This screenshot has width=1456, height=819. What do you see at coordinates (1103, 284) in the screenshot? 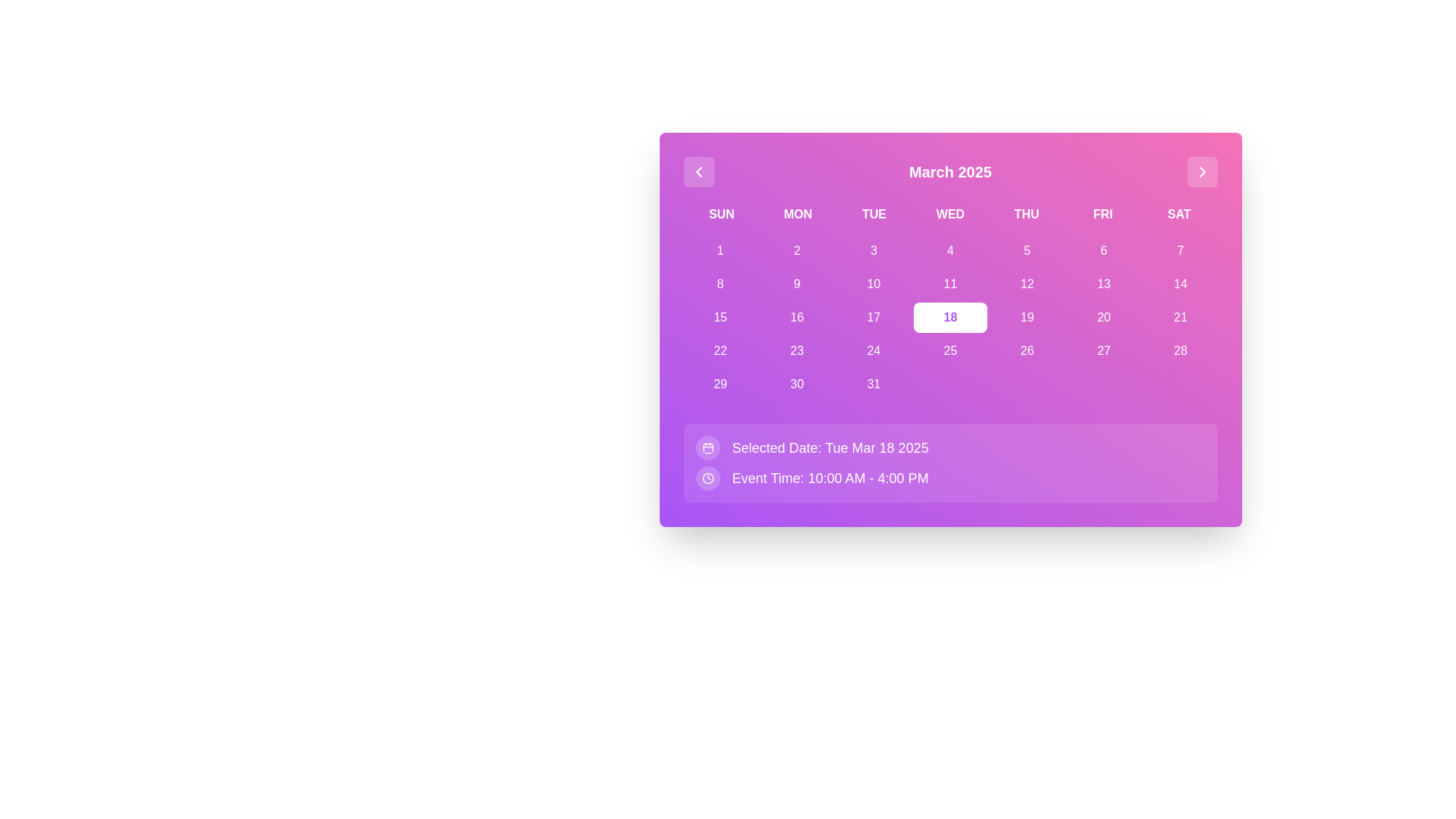
I see `the button` at bounding box center [1103, 284].